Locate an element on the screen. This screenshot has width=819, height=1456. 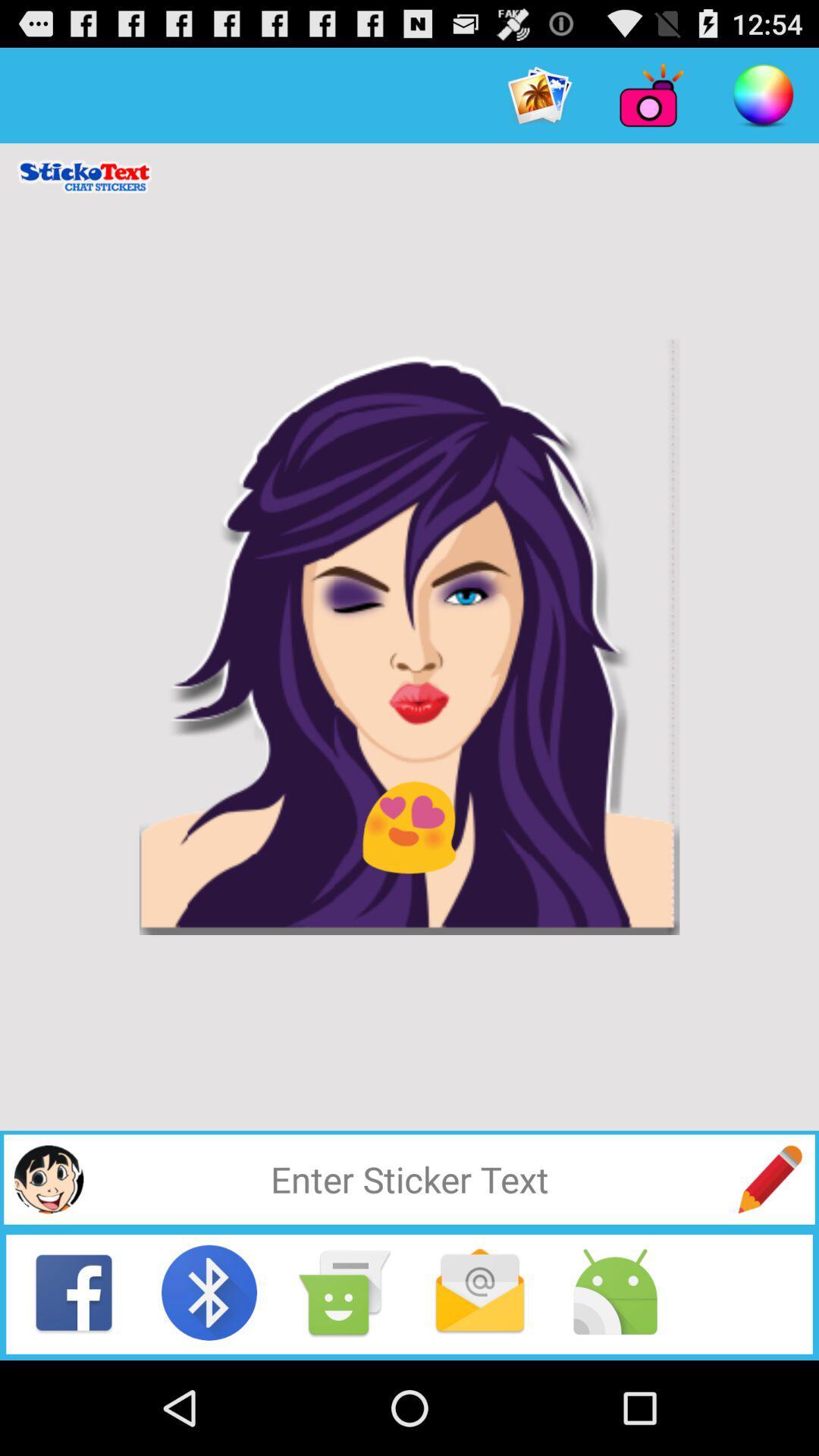
the icon next to bluetooth icon is located at coordinates (345, 1291).